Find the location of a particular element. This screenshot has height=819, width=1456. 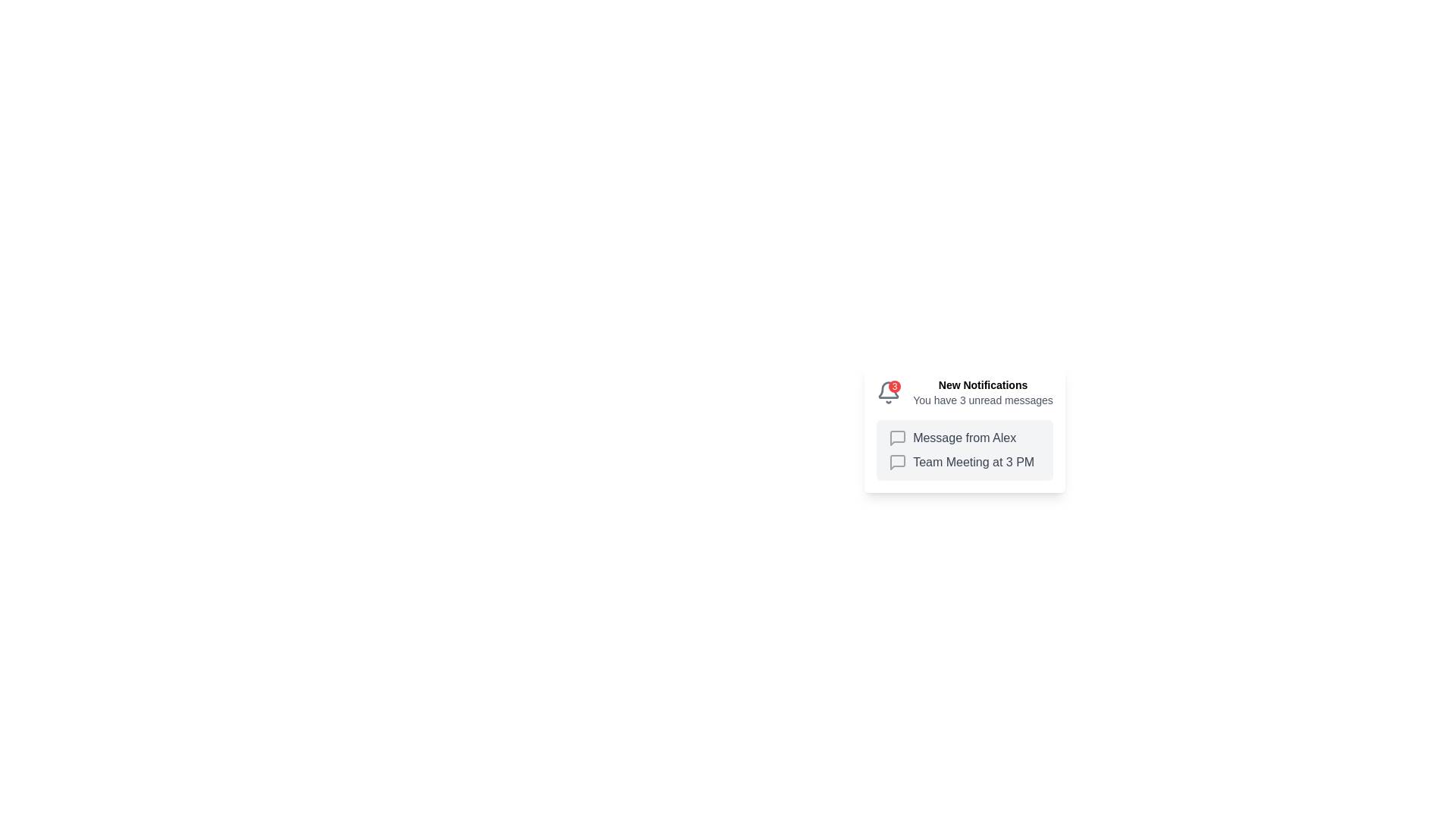

the speech bubble icon in the notification item that states 'Team Meeting at 3 PM' to initiate a related action is located at coordinates (964, 461).